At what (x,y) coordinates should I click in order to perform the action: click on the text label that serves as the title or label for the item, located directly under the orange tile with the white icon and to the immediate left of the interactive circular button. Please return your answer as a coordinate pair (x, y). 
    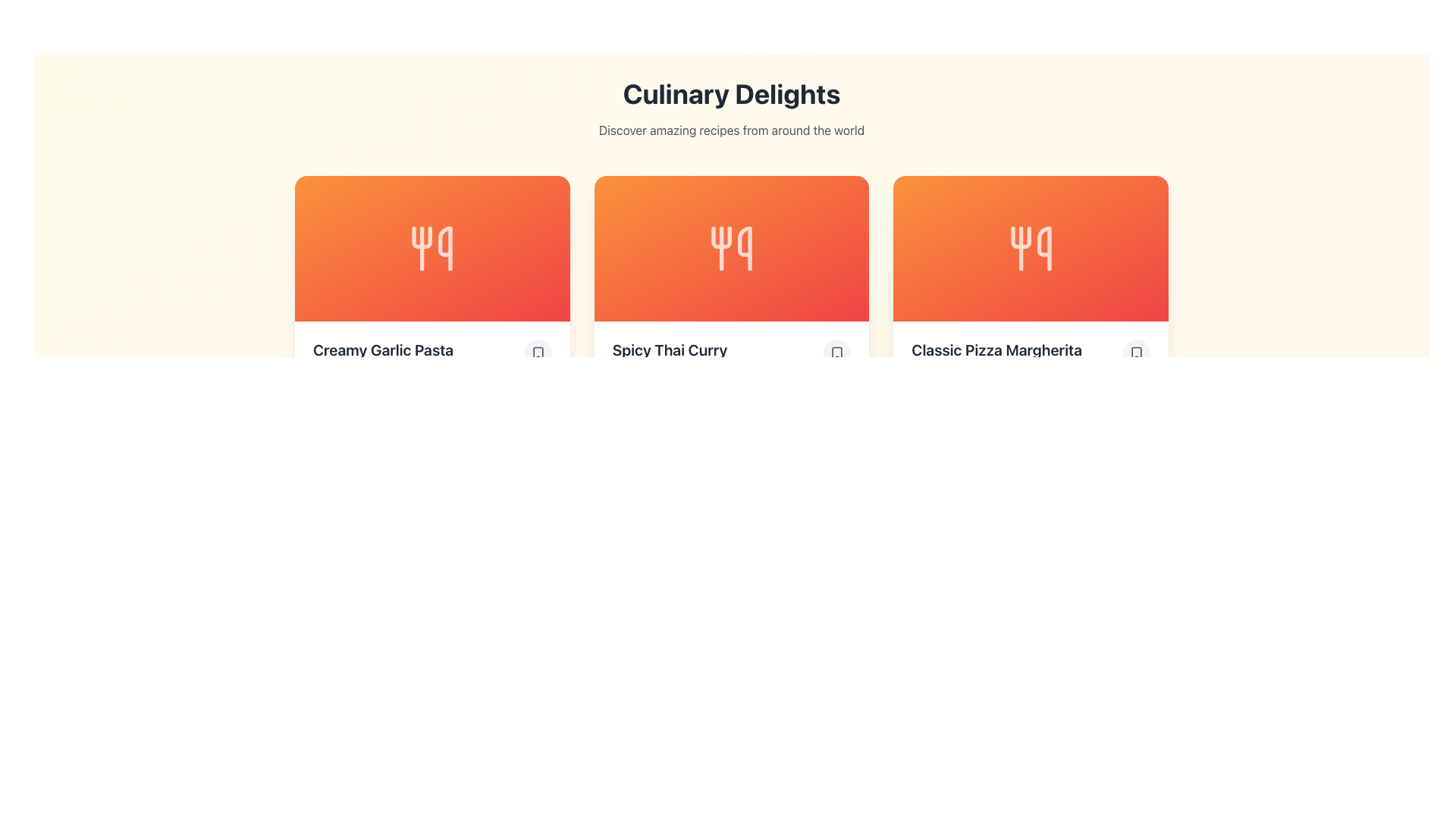
    Looking at the image, I should click on (996, 350).